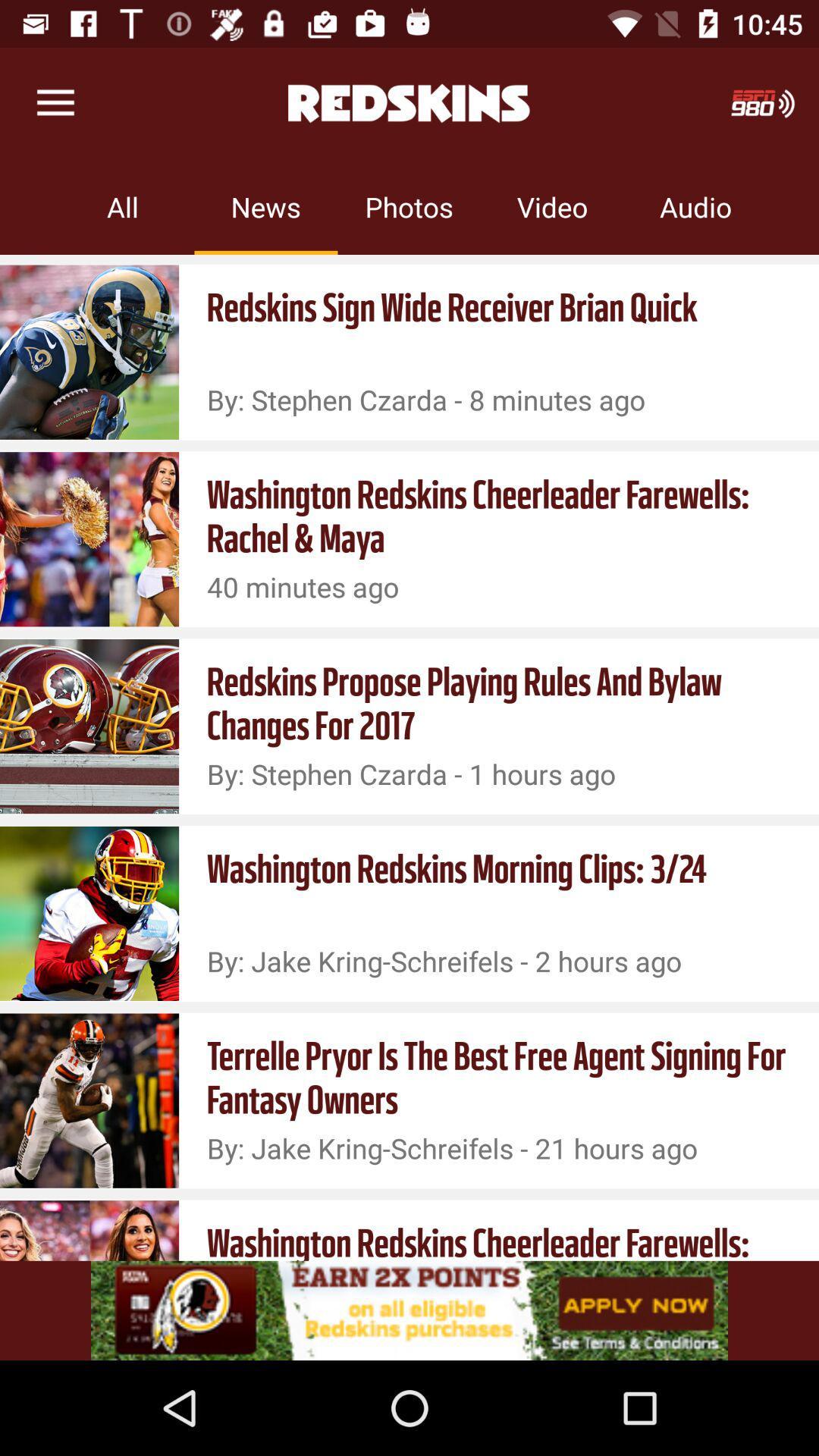  I want to click on adsence, so click(409, 1310).